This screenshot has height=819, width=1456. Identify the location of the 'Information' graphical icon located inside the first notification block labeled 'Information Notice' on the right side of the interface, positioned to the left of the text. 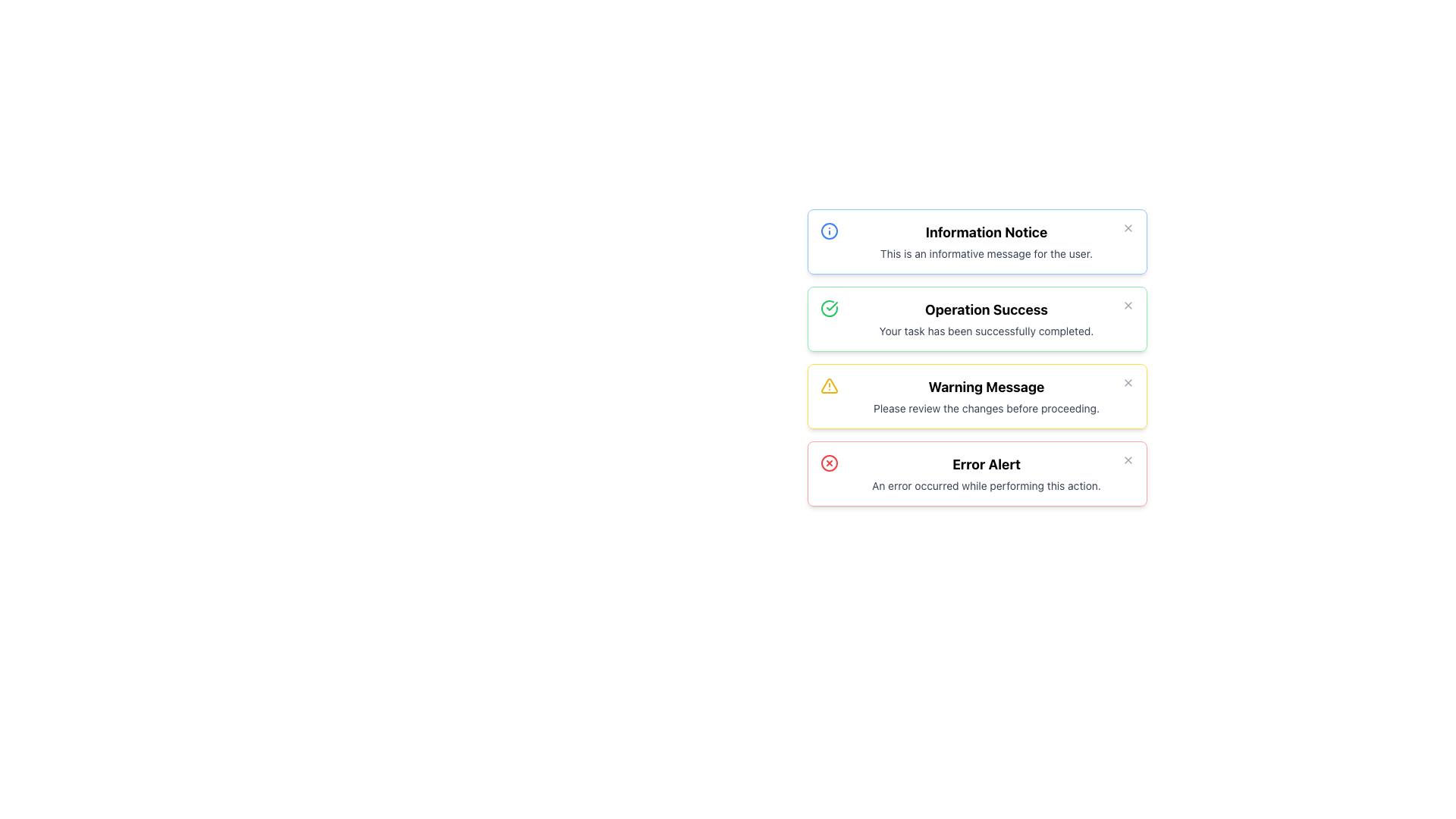
(829, 231).